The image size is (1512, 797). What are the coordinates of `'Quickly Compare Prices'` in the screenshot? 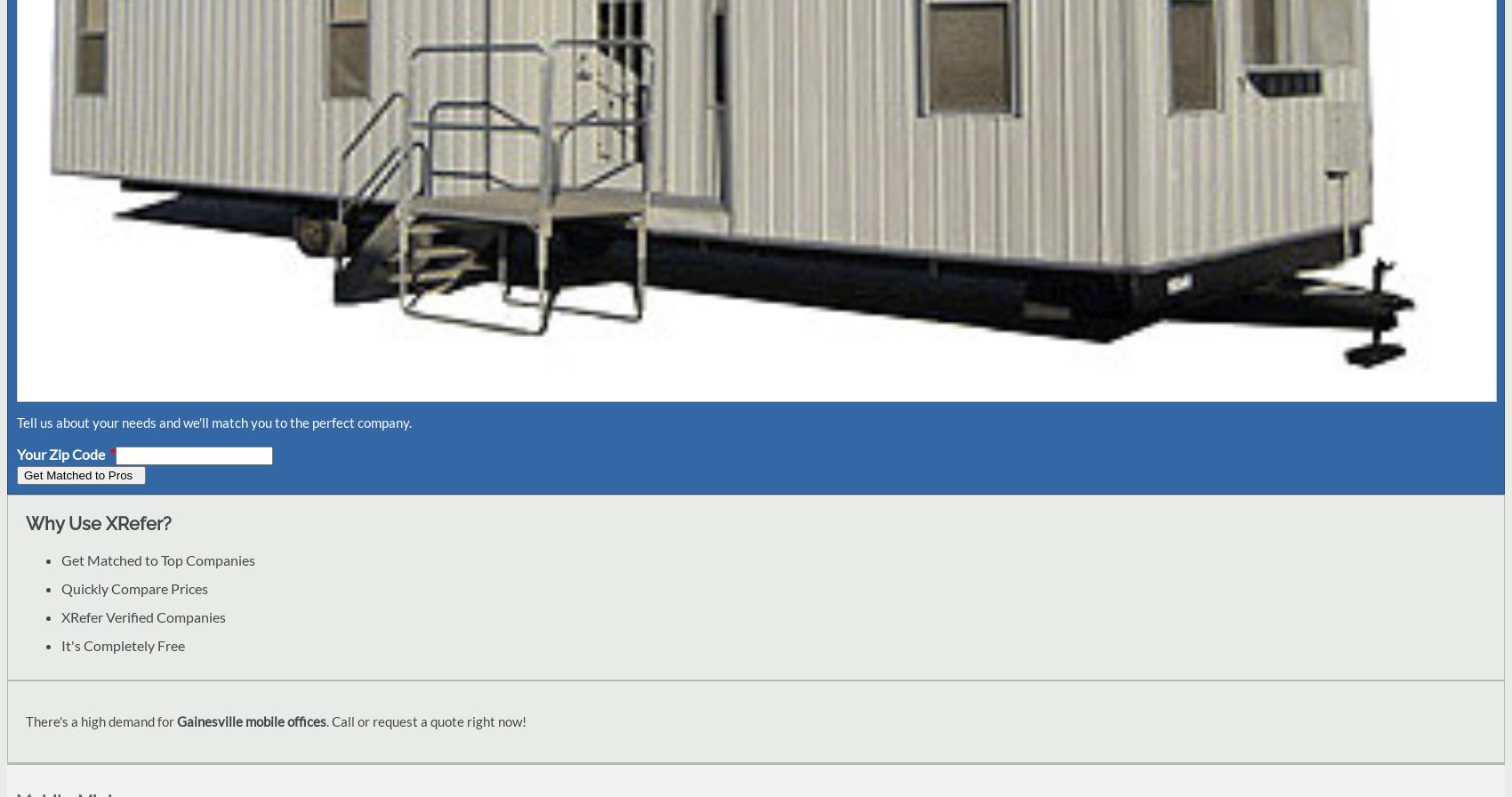 It's located at (133, 587).